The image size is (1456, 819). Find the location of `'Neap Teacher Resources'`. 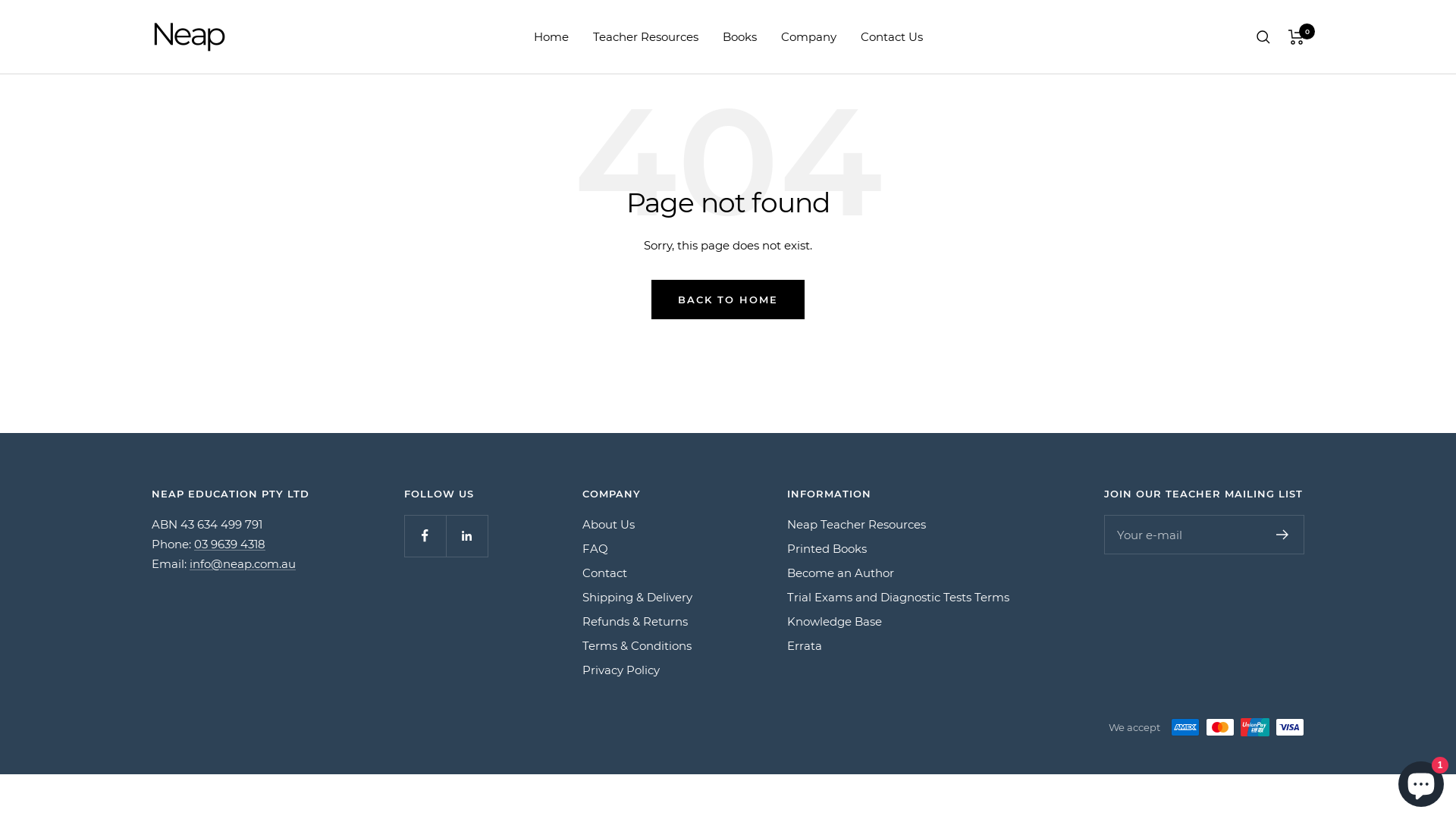

'Neap Teacher Resources' is located at coordinates (856, 523).